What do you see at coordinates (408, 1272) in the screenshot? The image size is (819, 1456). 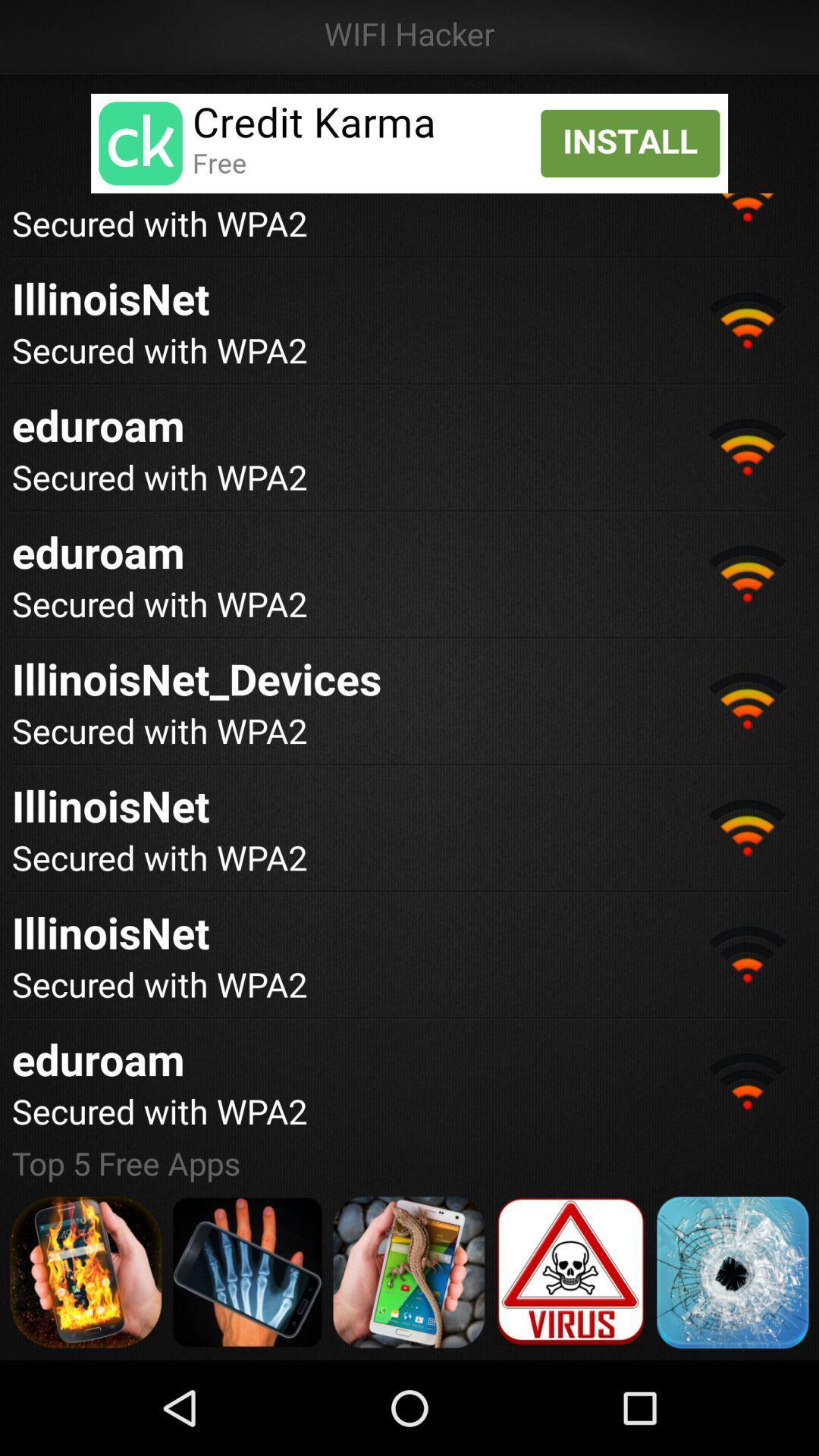 I see `button` at bounding box center [408, 1272].